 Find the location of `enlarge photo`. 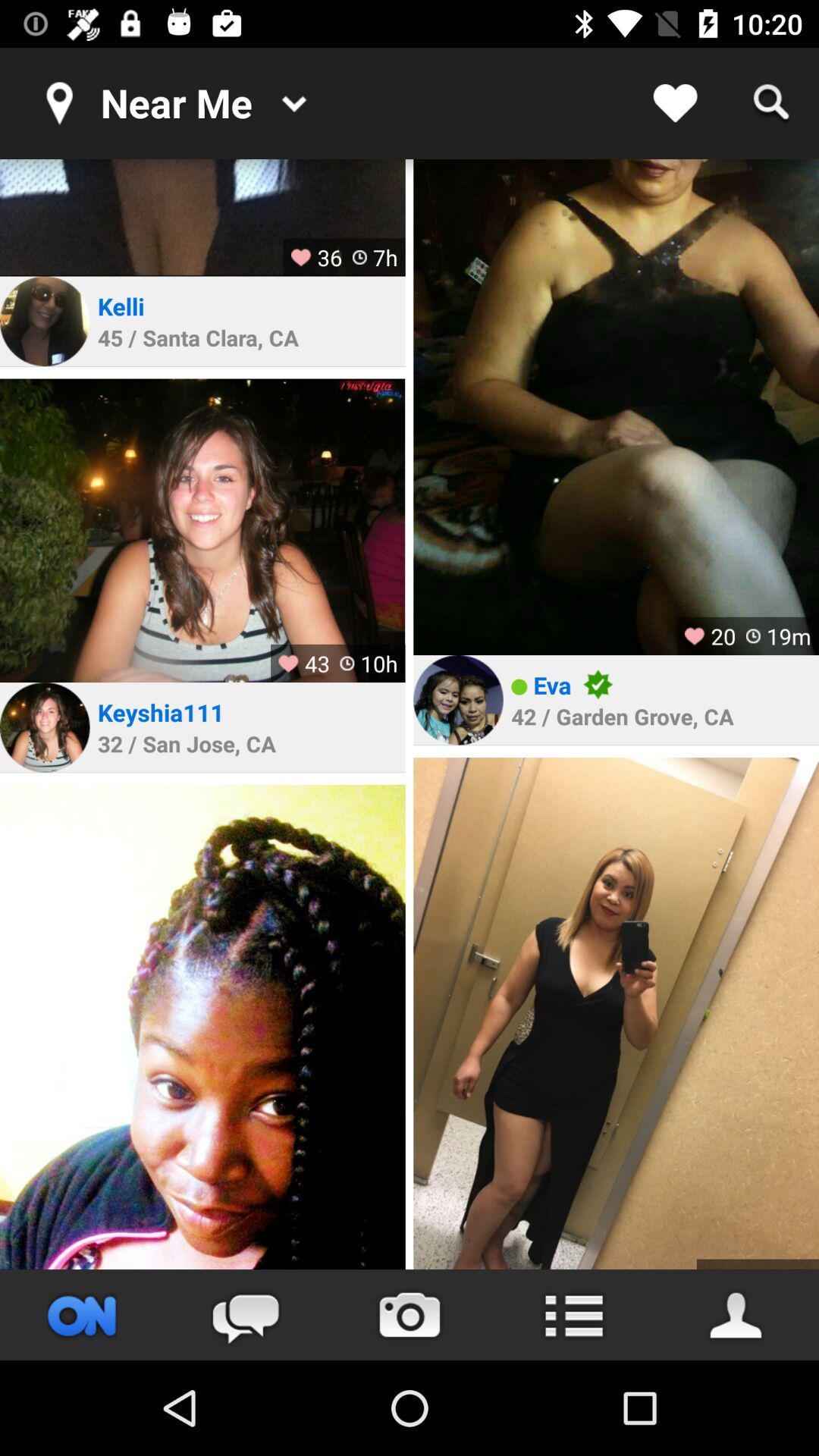

enlarge photo is located at coordinates (202, 1027).